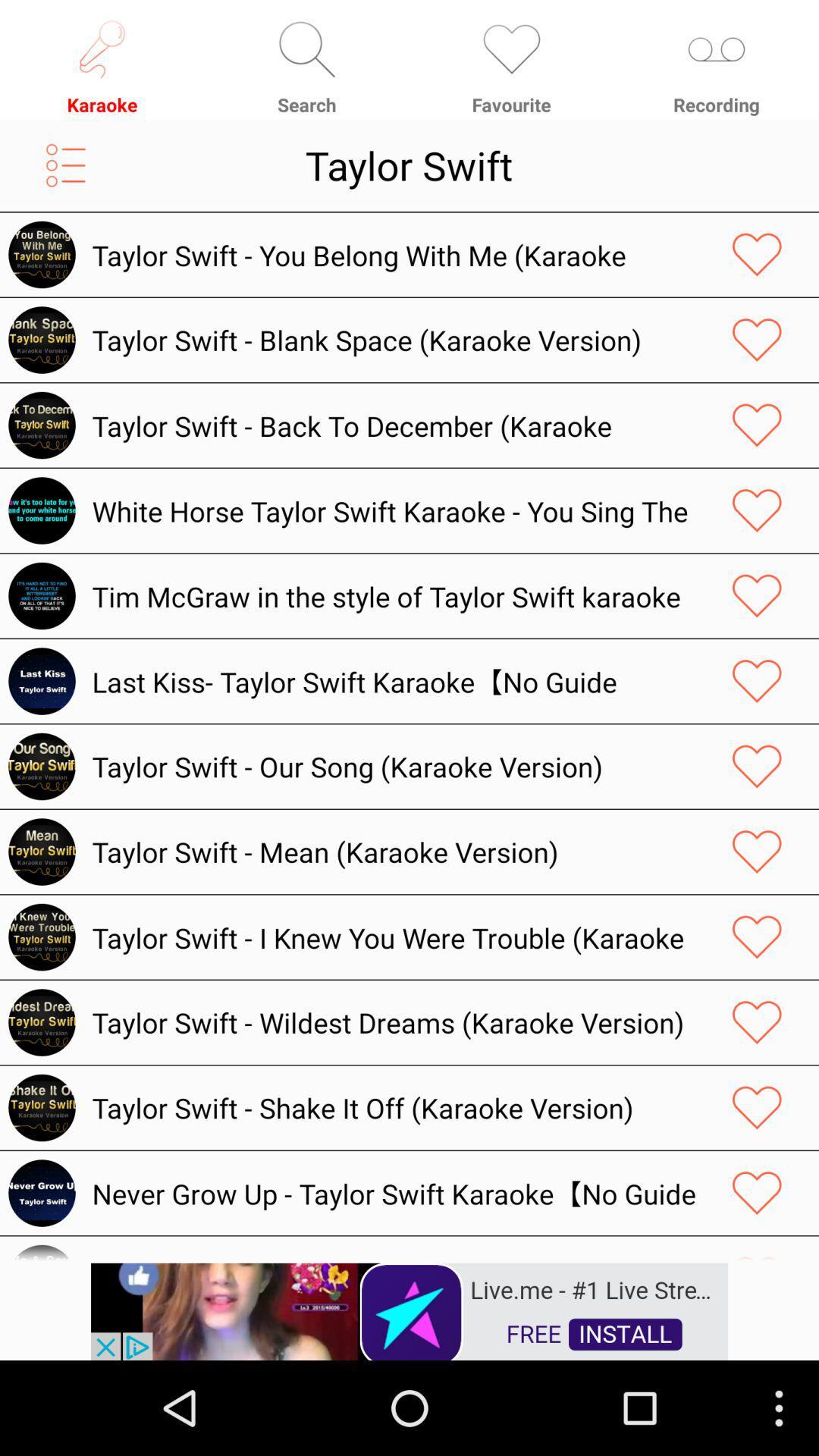 This screenshot has width=819, height=1456. Describe the element at coordinates (757, 937) in the screenshot. I see `song to favorites` at that location.